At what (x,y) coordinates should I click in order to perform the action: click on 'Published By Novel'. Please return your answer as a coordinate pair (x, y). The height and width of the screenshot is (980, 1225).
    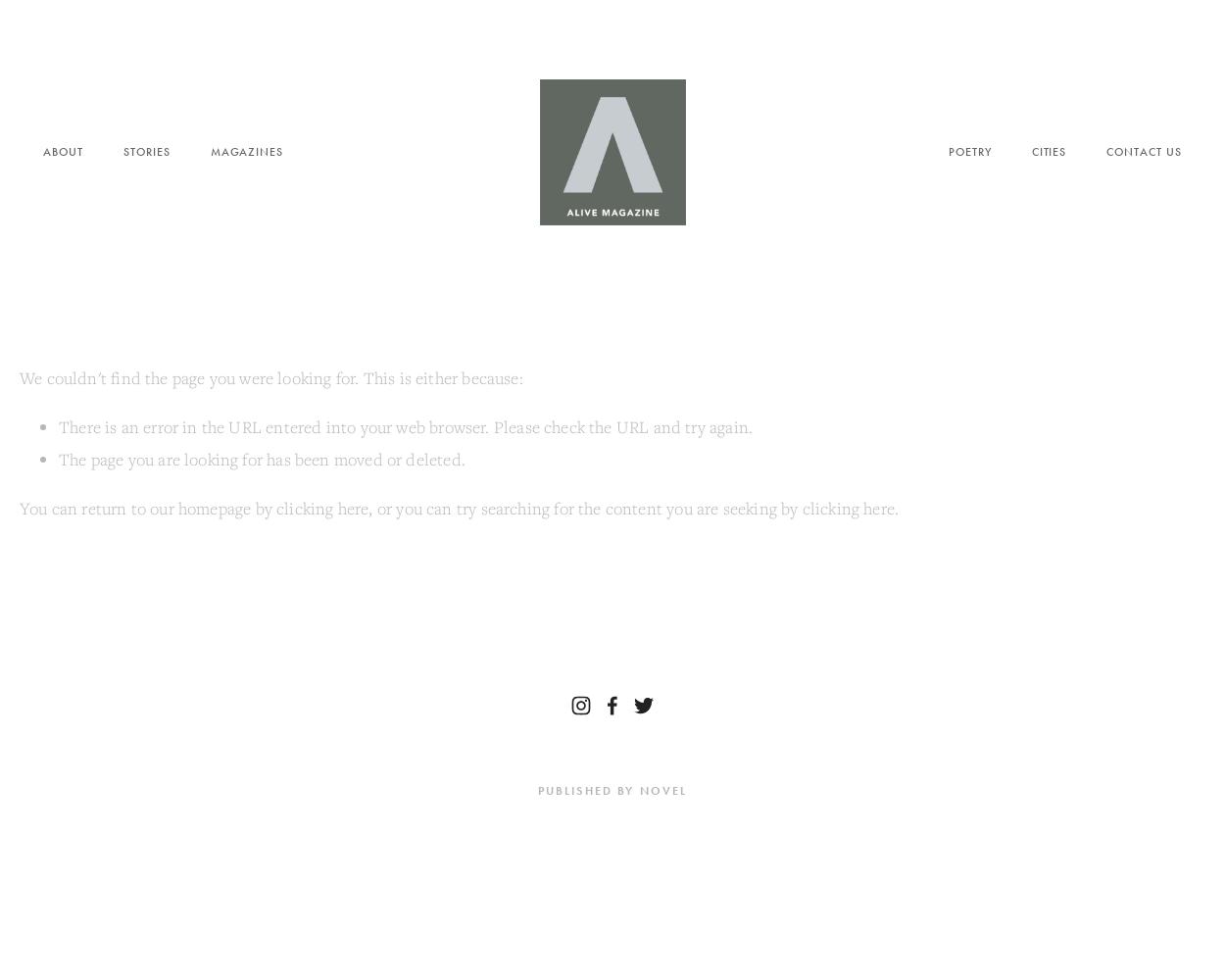
    Looking at the image, I should click on (611, 790).